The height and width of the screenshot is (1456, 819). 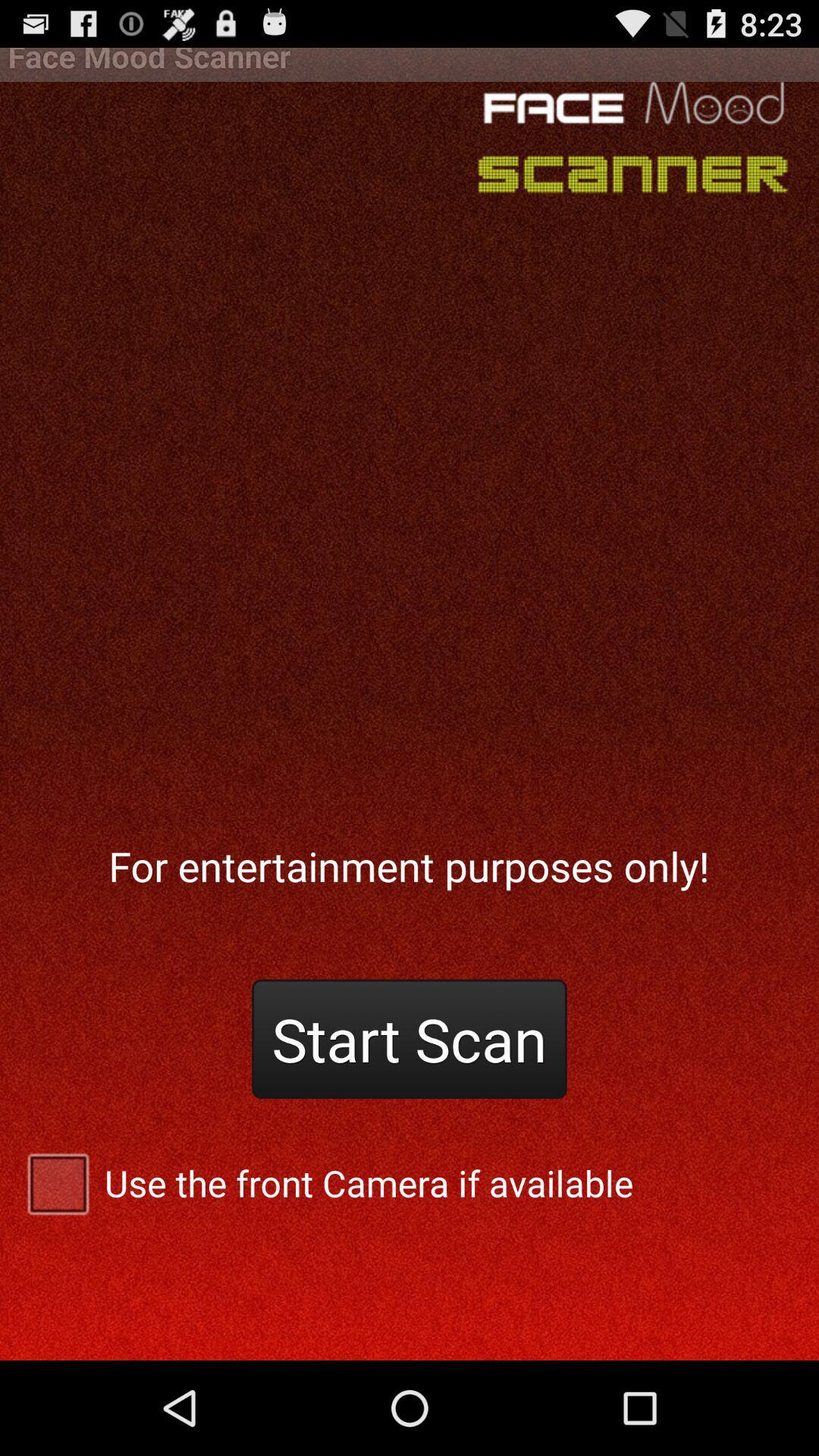 What do you see at coordinates (409, 1038) in the screenshot?
I see `item below the for entertainment purposes` at bounding box center [409, 1038].